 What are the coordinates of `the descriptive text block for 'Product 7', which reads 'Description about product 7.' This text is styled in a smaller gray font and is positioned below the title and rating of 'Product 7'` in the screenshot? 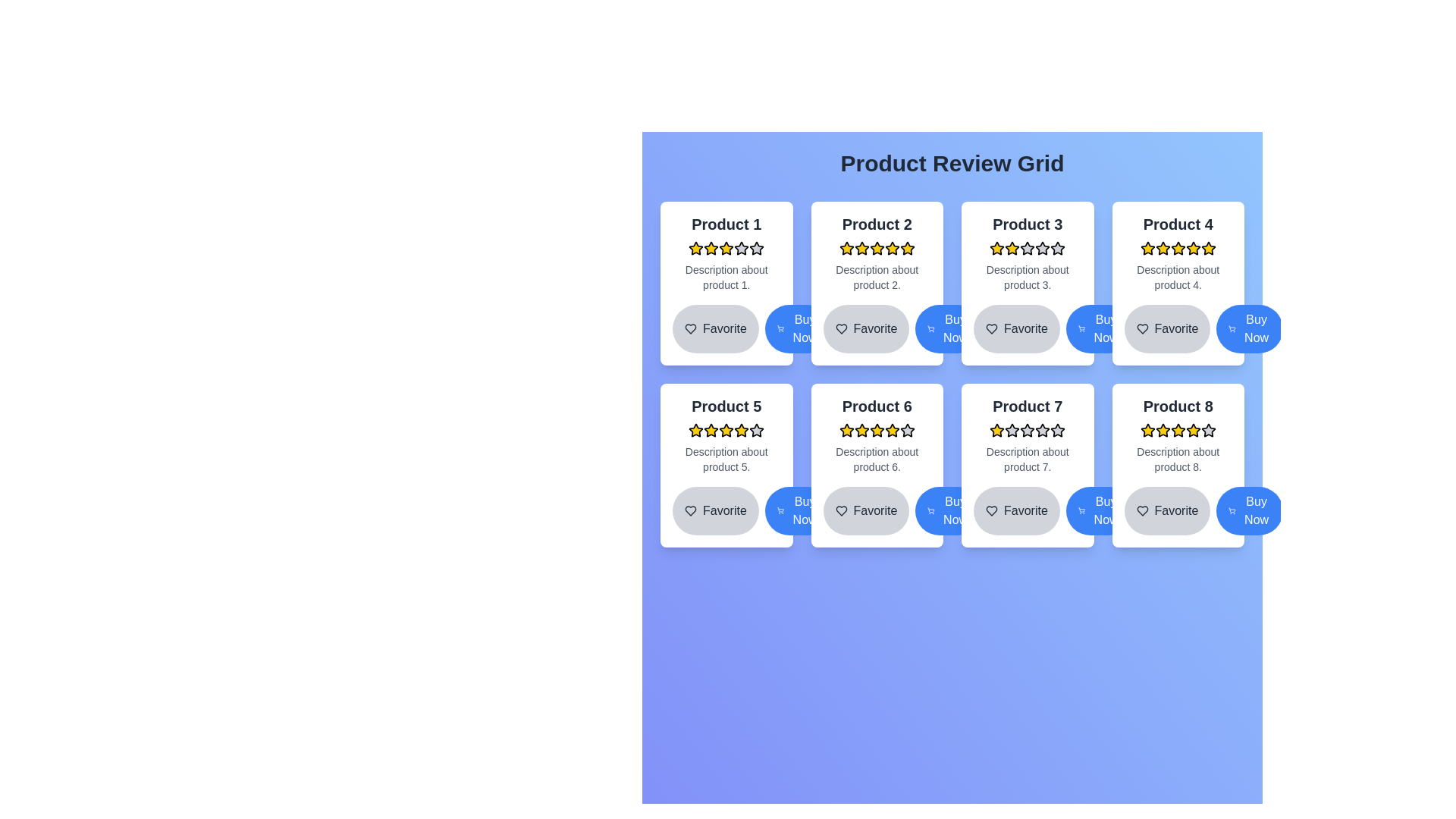 It's located at (1028, 458).